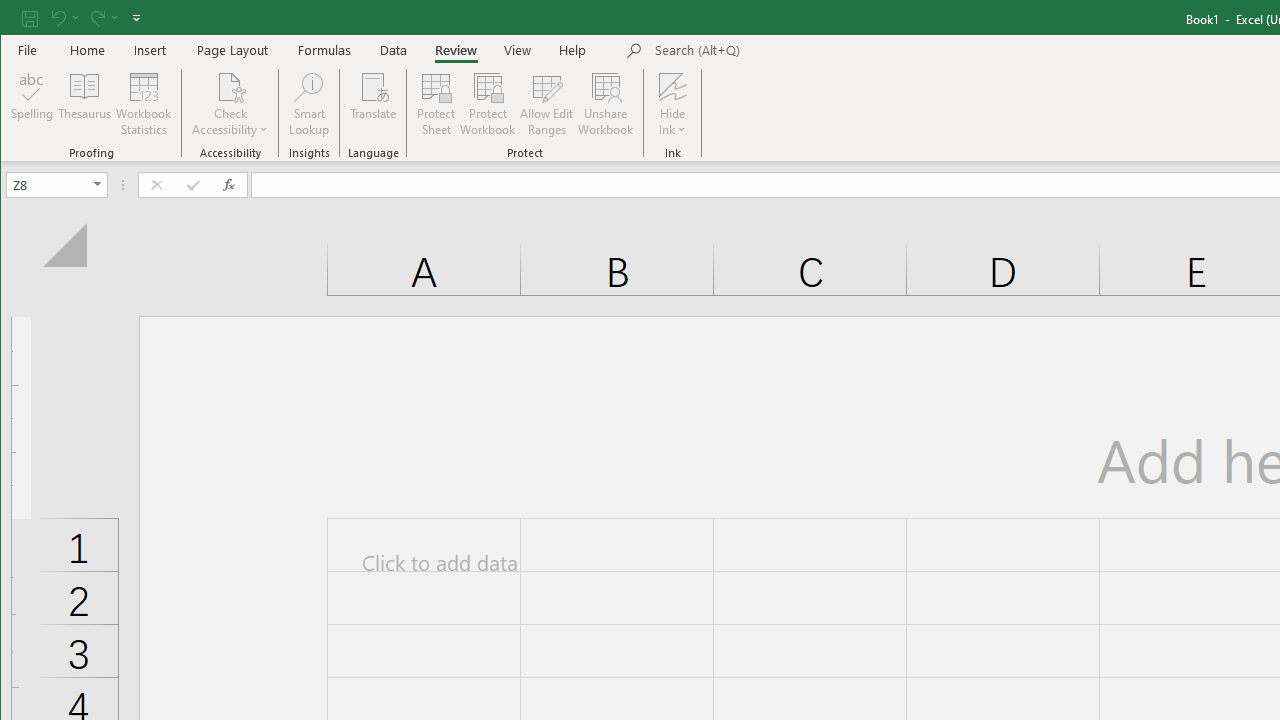  I want to click on 'Check Accessibility', so click(230, 104).